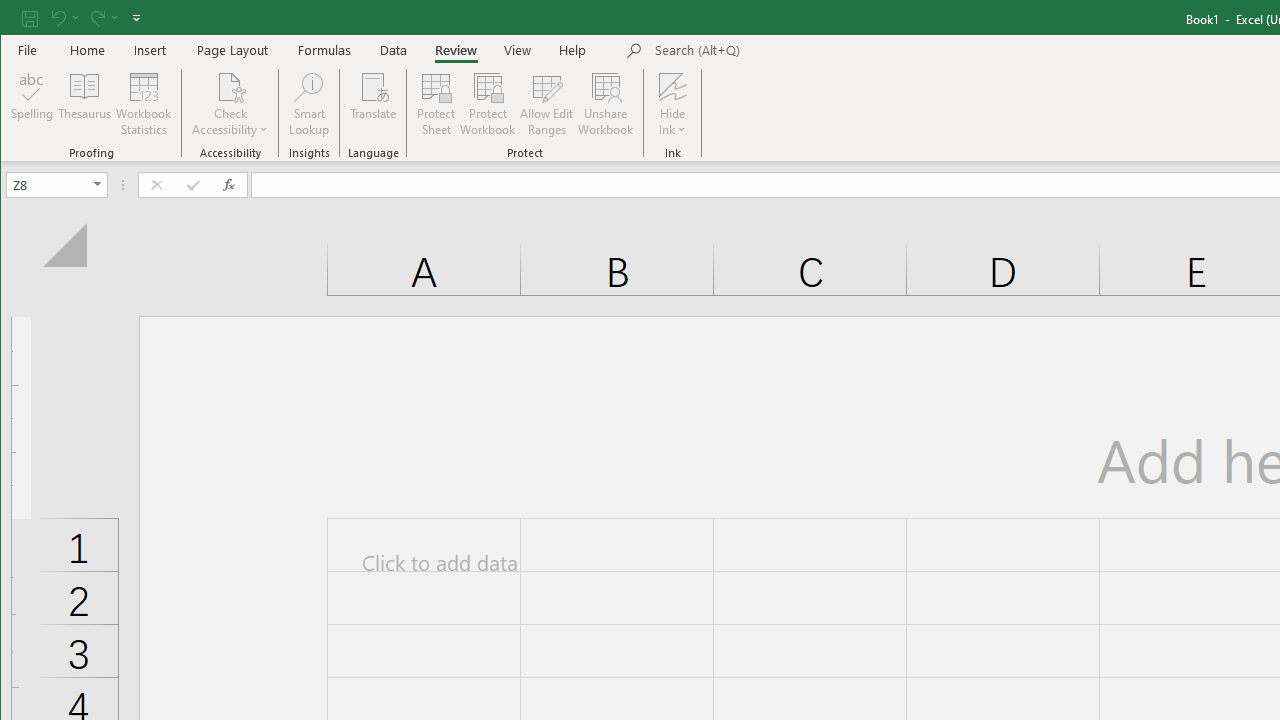  I want to click on 'Check Accessibility', so click(230, 104).